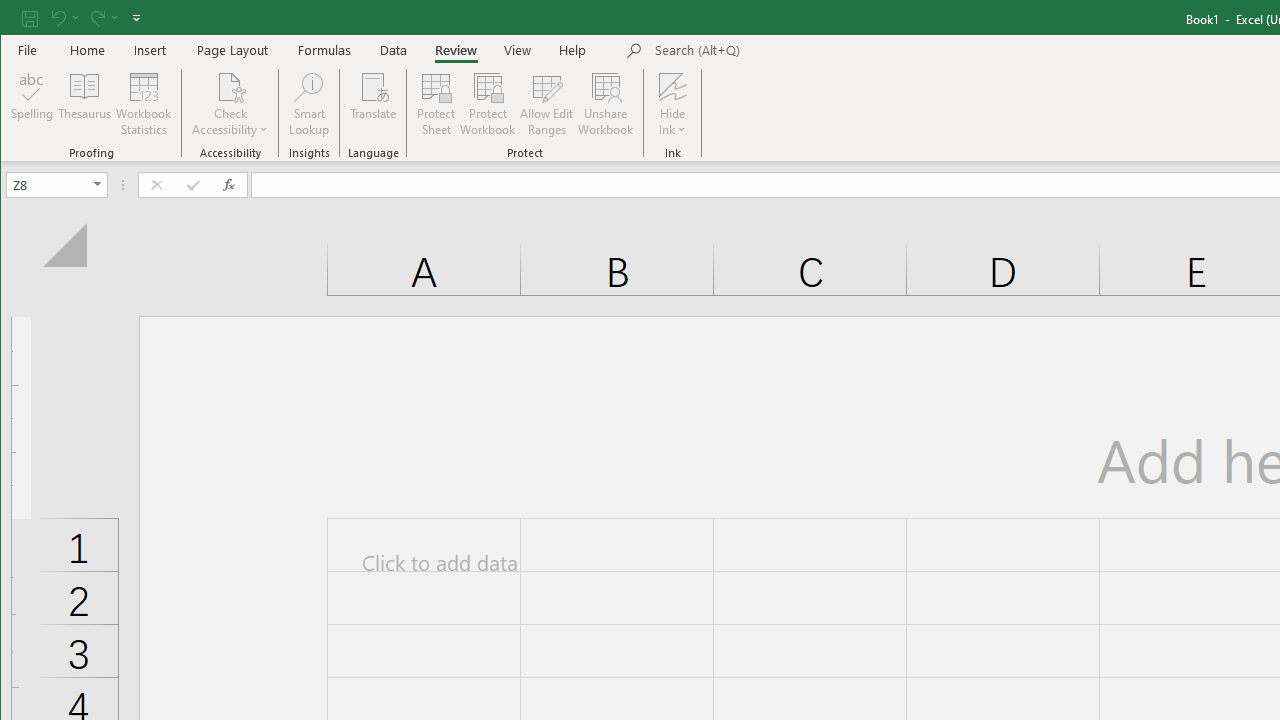  I want to click on 'Check Accessibility', so click(230, 104).